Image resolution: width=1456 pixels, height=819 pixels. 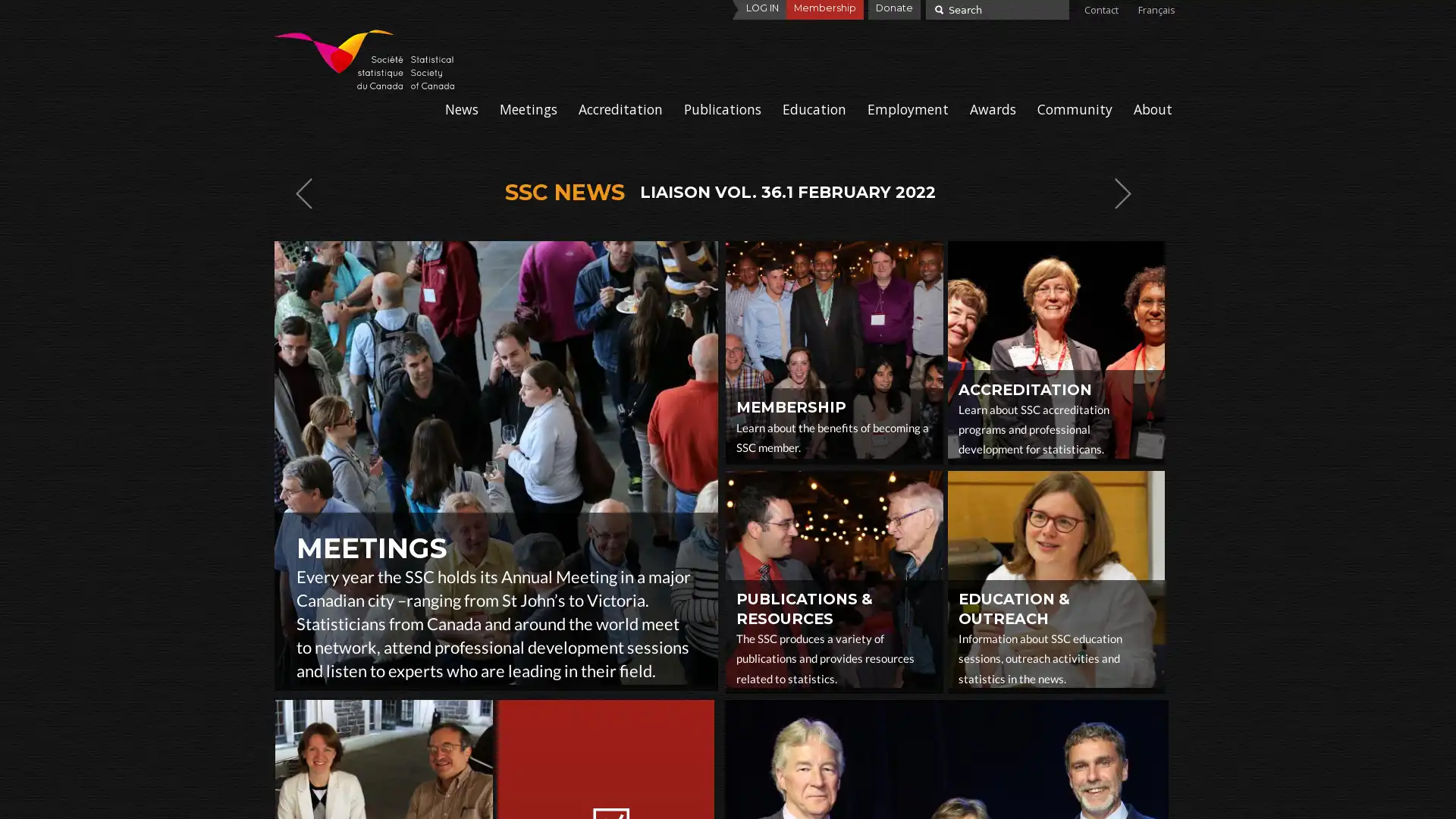 I want to click on Search, so click(x=937, y=8).